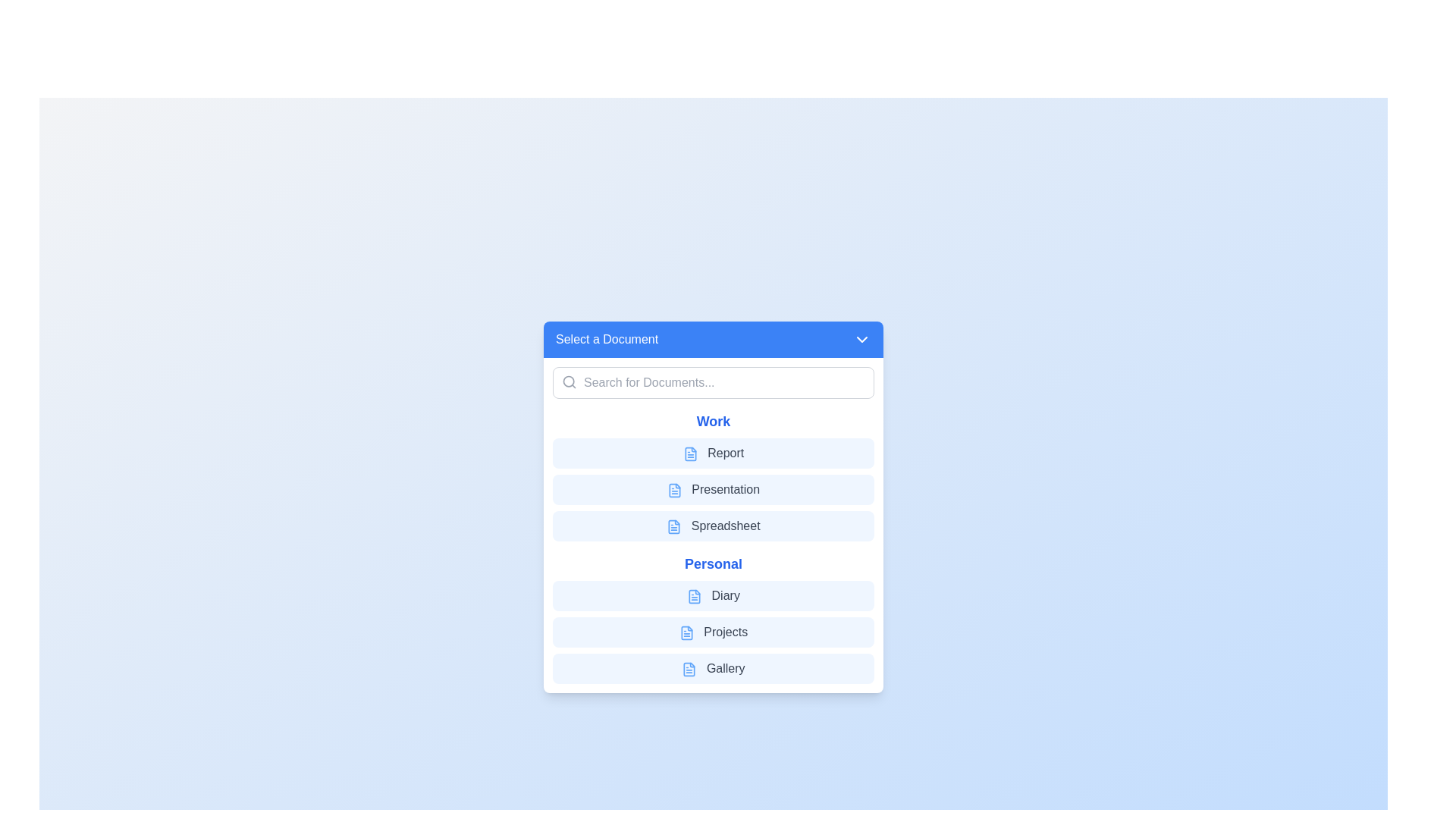 Image resolution: width=1456 pixels, height=819 pixels. I want to click on the 'Presentation' option button located in the second position under the 'Work' category to trigger the hover effect, so click(712, 489).